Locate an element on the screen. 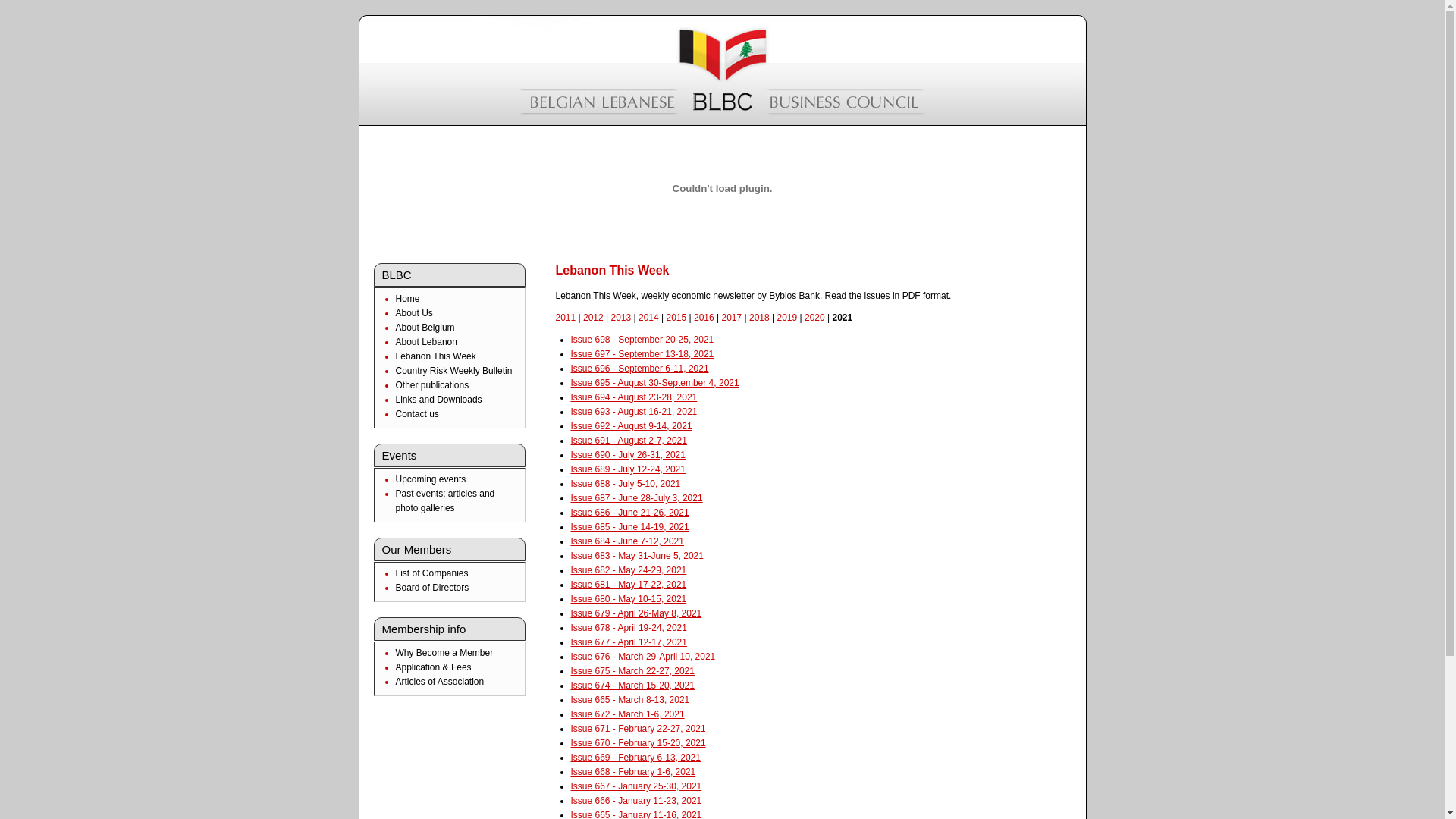 Image resolution: width=1456 pixels, height=819 pixels. 'Issue 685 - June 14-19, 2021' is located at coordinates (629, 526).